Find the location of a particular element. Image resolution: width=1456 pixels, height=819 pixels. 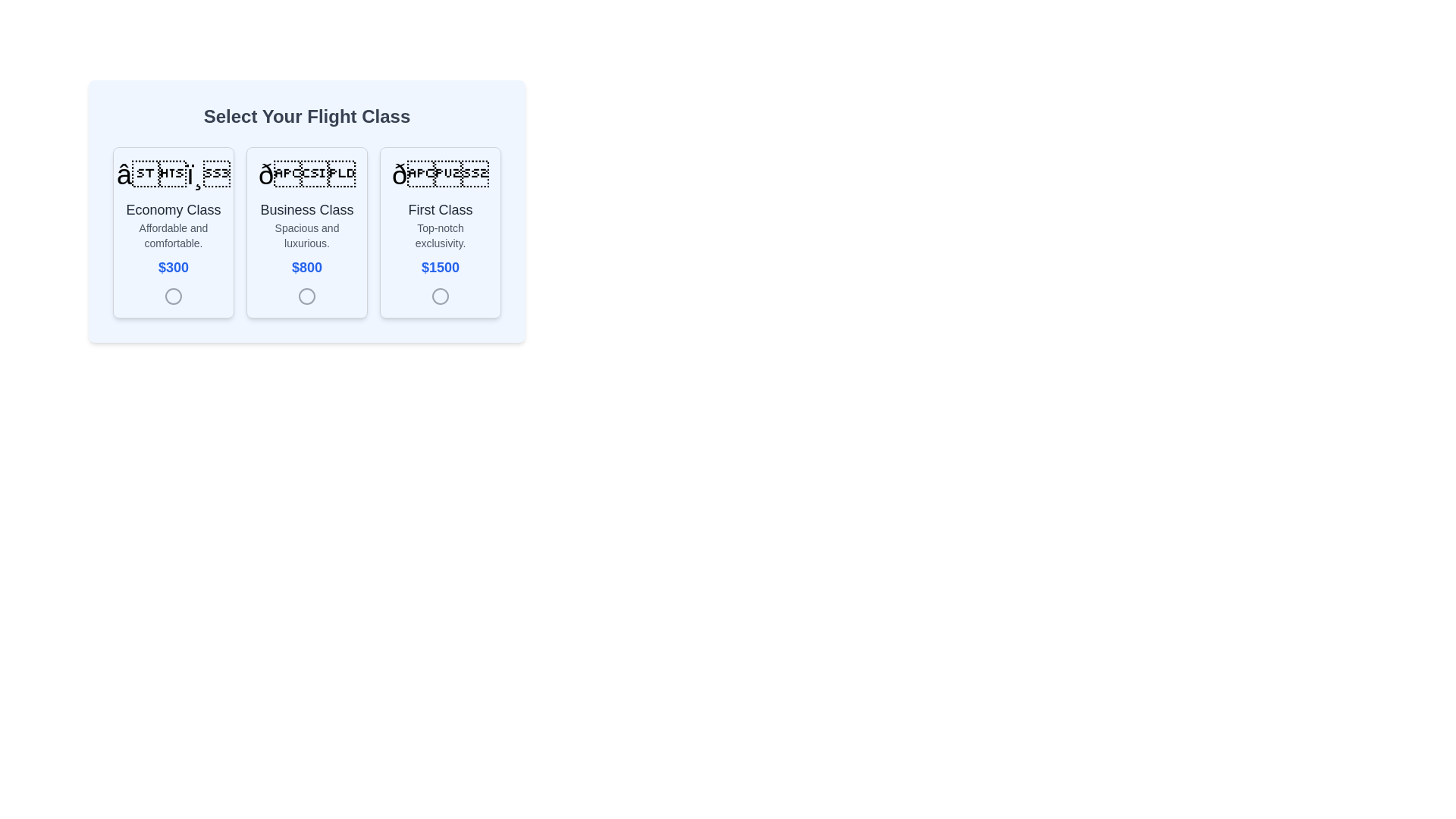

the airplane icon representing 'Economy Class' located at the top section of the leftmost card in a row of three cards is located at coordinates (174, 174).